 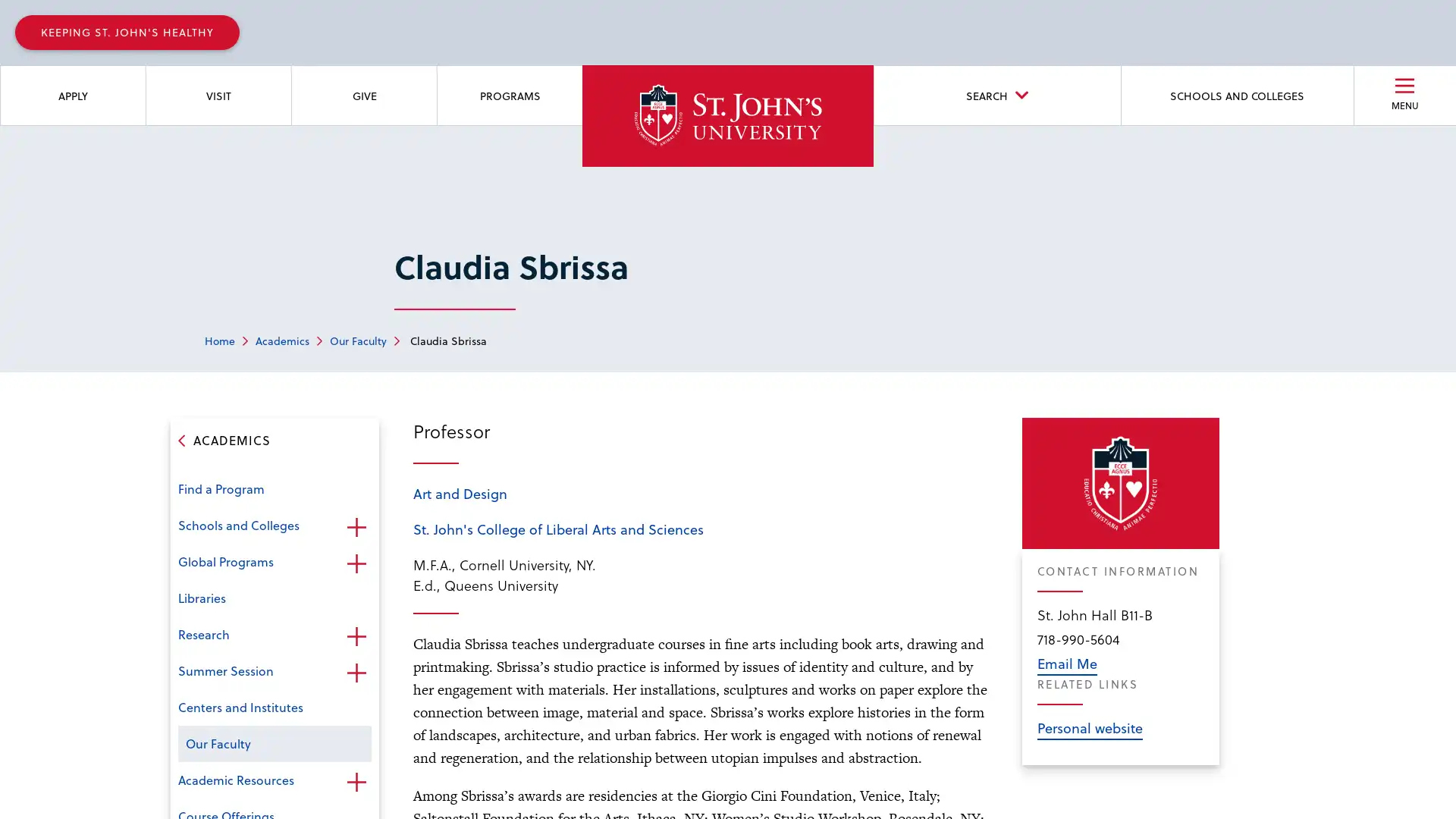 I want to click on Open the sub-menu, so click(x=356, y=636).